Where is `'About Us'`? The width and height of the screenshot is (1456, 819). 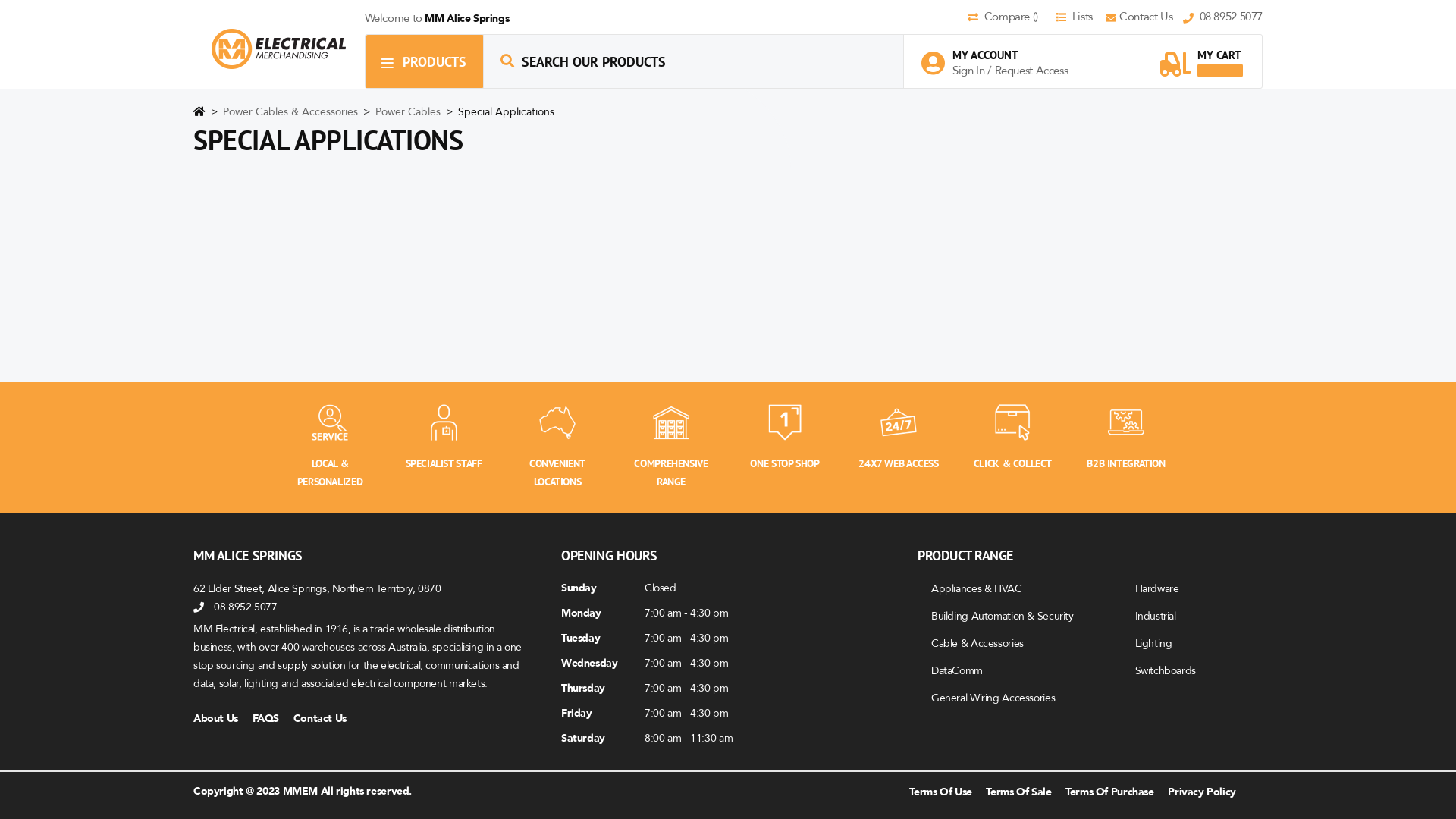
'About Us' is located at coordinates (192, 717).